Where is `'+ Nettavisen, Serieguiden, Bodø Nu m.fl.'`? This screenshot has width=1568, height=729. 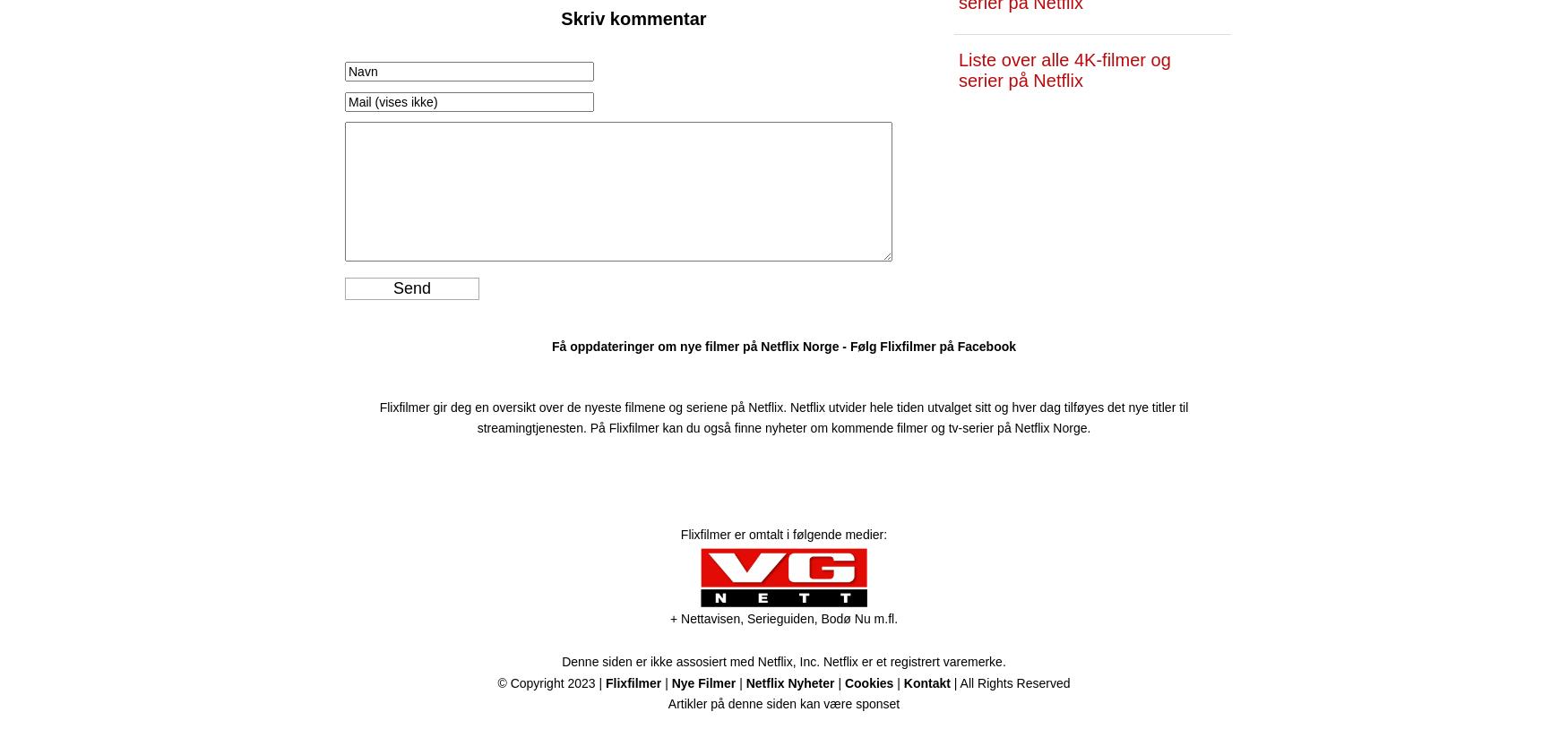 '+ Nettavisen, Serieguiden, Bodø Nu m.fl.' is located at coordinates (783, 619).